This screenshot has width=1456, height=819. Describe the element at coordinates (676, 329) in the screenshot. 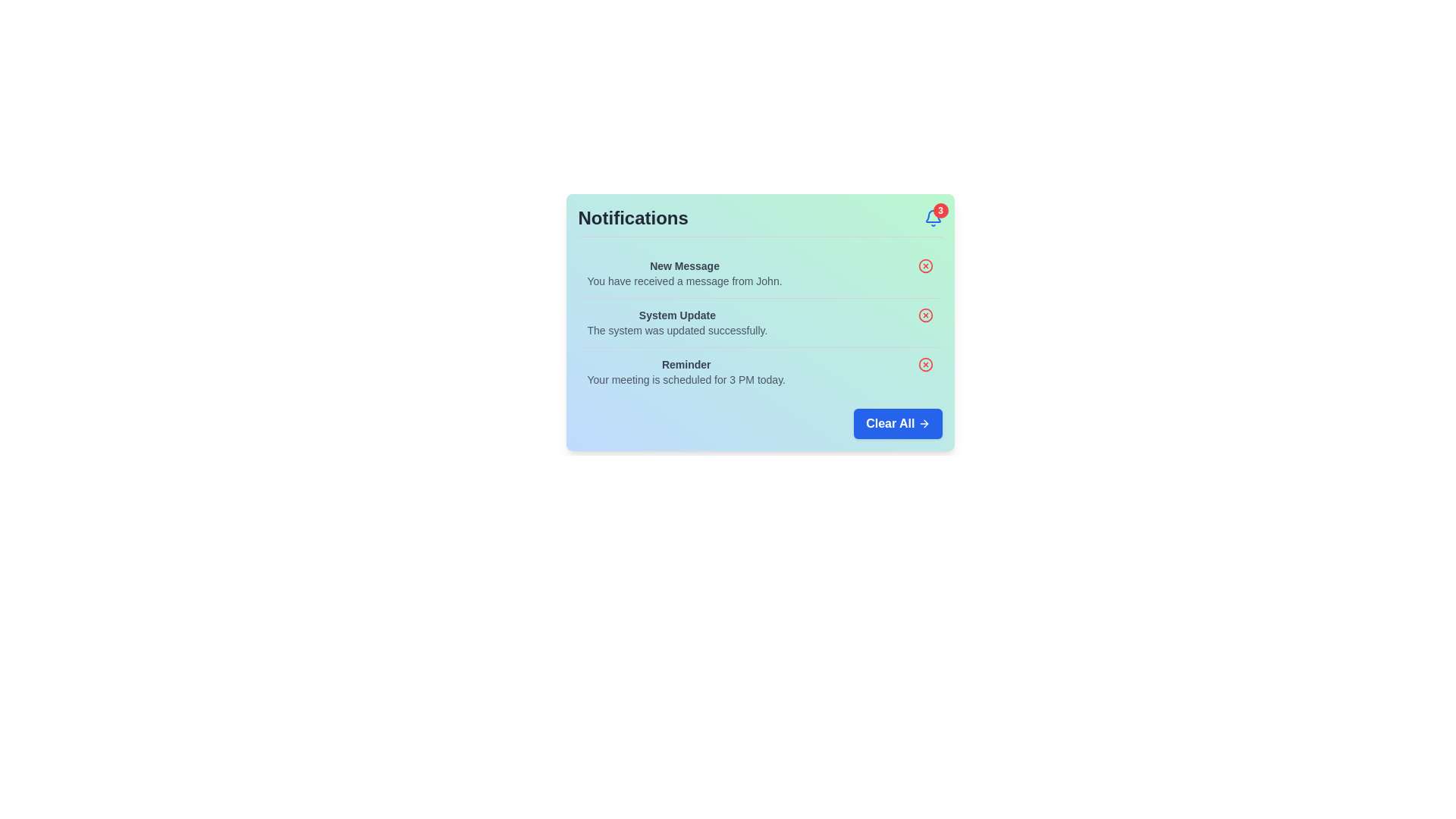

I see `notification message text under the title 'System Update', which provides information about a system update event` at that location.